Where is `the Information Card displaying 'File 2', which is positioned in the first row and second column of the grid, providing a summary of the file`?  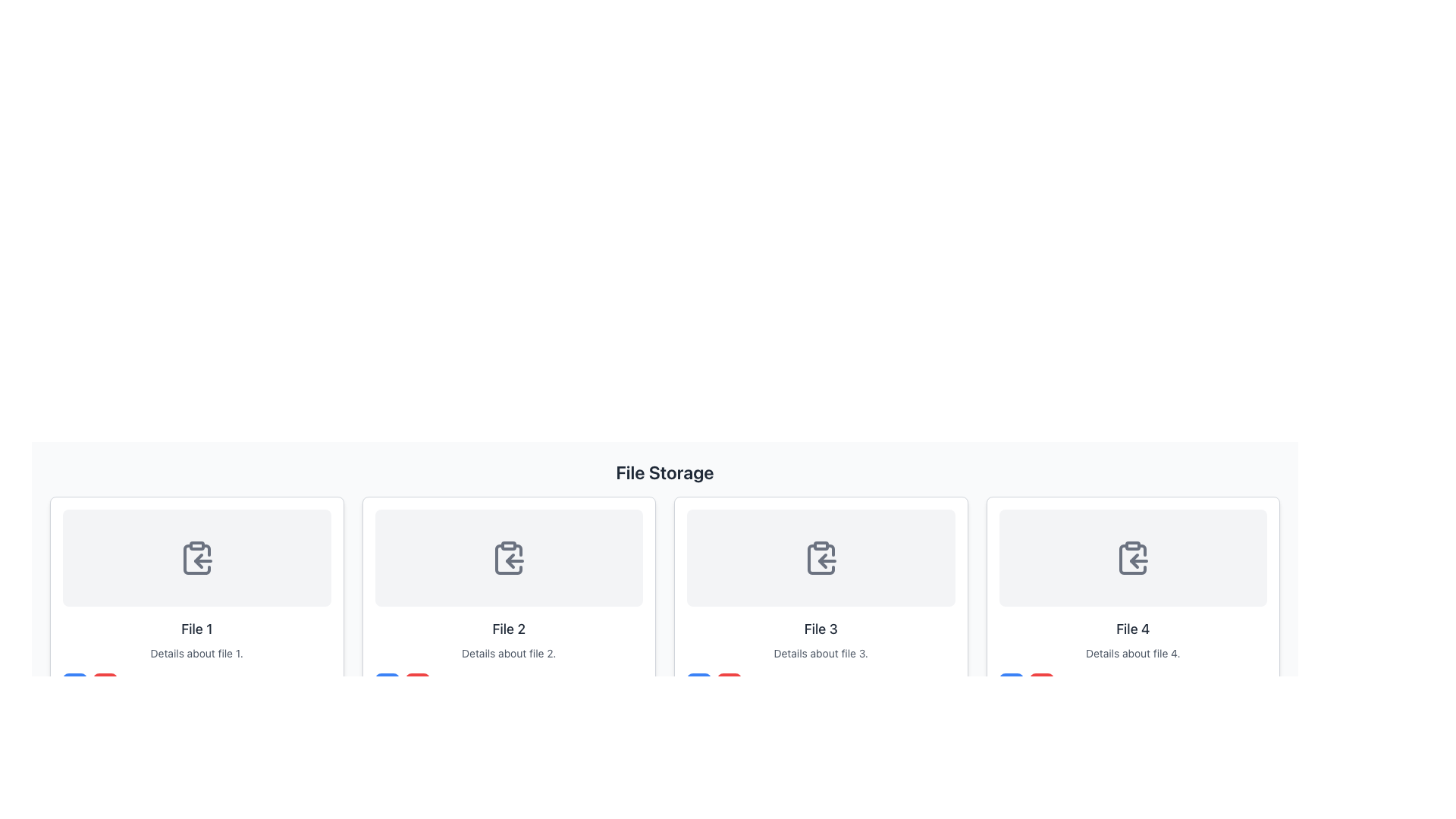
the Information Card displaying 'File 2', which is positioned in the first row and second column of the grid, providing a summary of the file is located at coordinates (509, 602).